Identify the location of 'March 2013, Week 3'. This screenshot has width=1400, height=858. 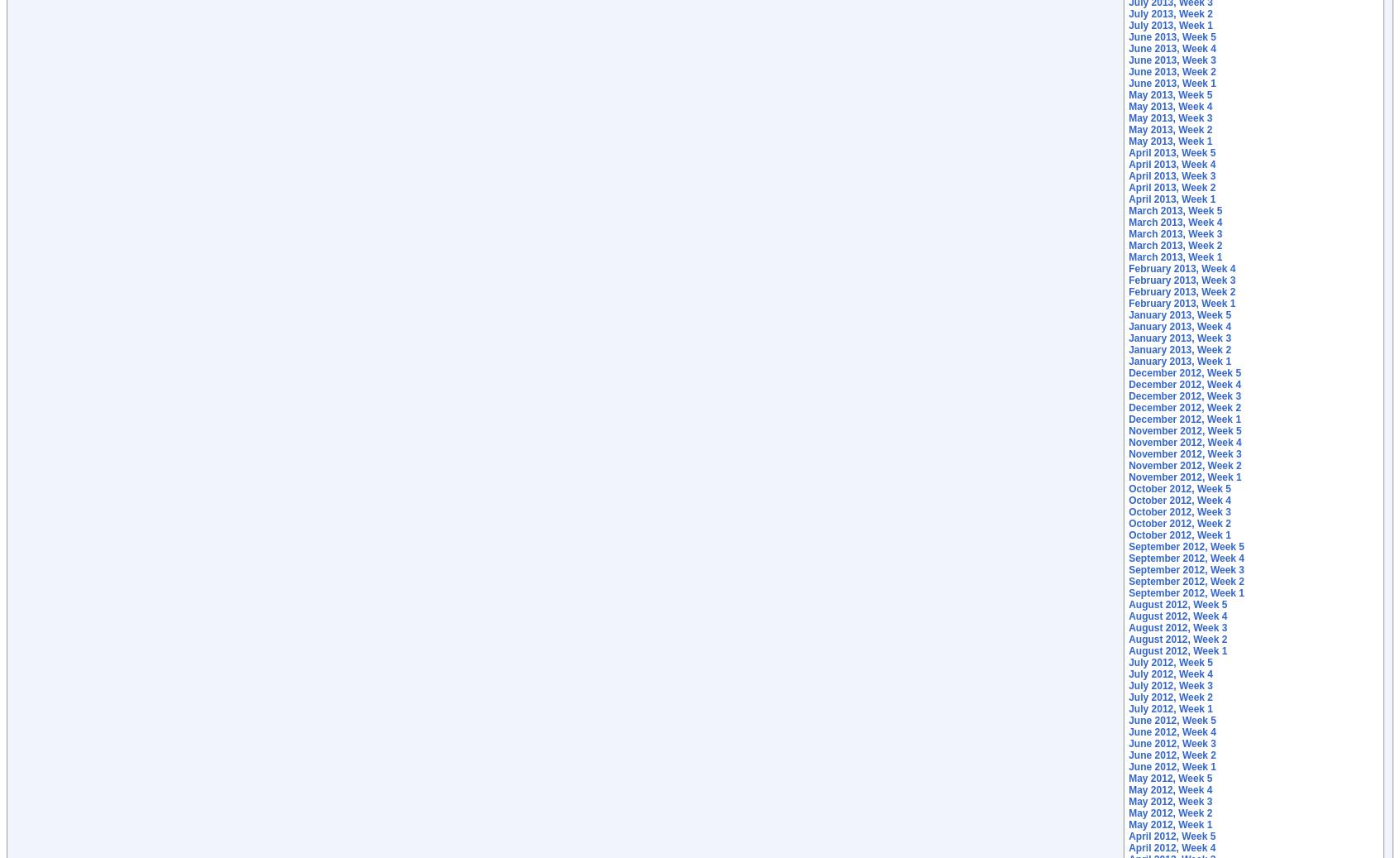
(1174, 232).